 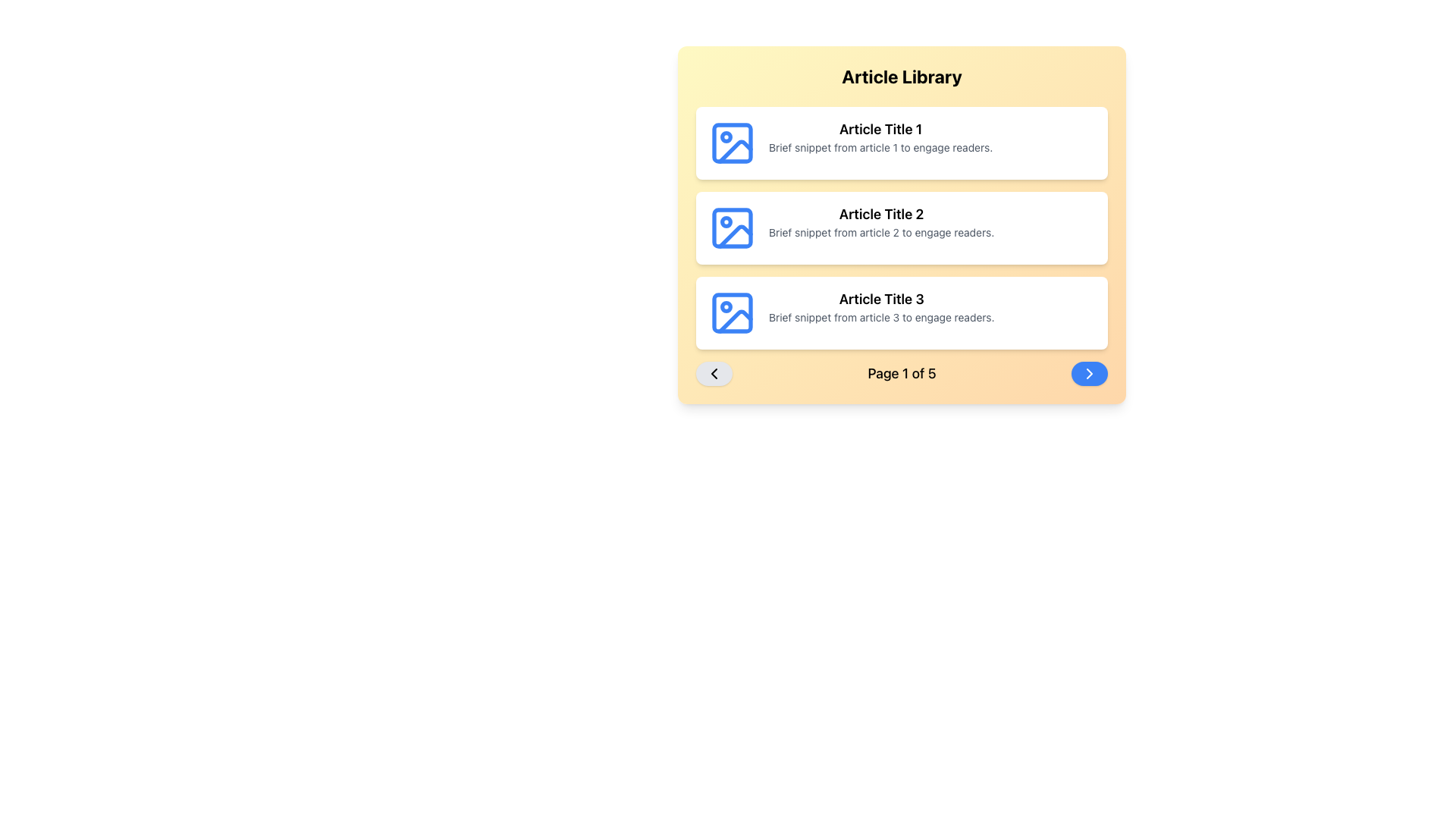 What do you see at coordinates (902, 76) in the screenshot?
I see `the header text indicating the purpose of the library of articles, which is positioned at the top of the section with a rounded rectangular background` at bounding box center [902, 76].